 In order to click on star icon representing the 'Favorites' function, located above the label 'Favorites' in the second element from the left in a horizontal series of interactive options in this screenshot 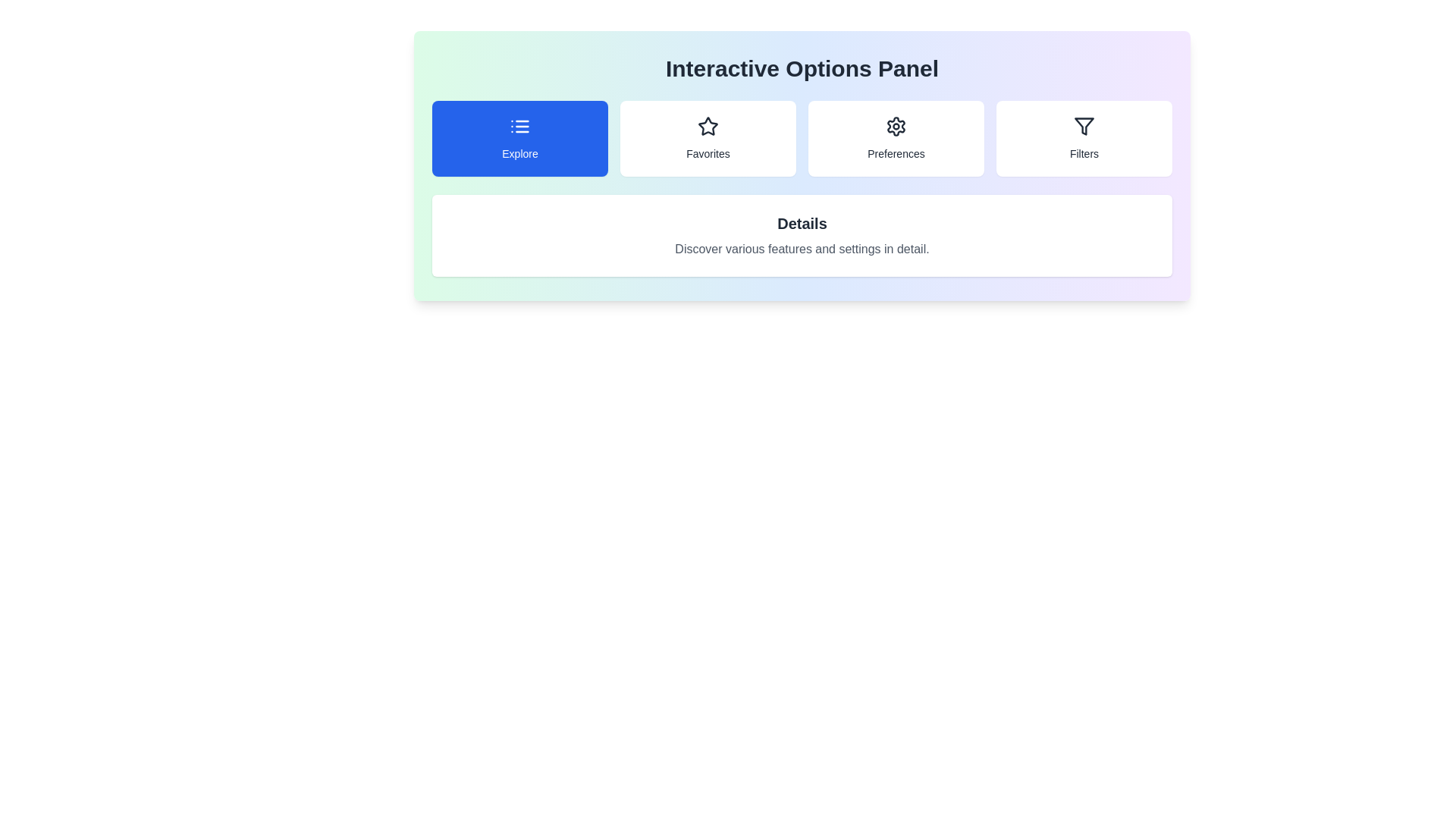, I will do `click(708, 125)`.